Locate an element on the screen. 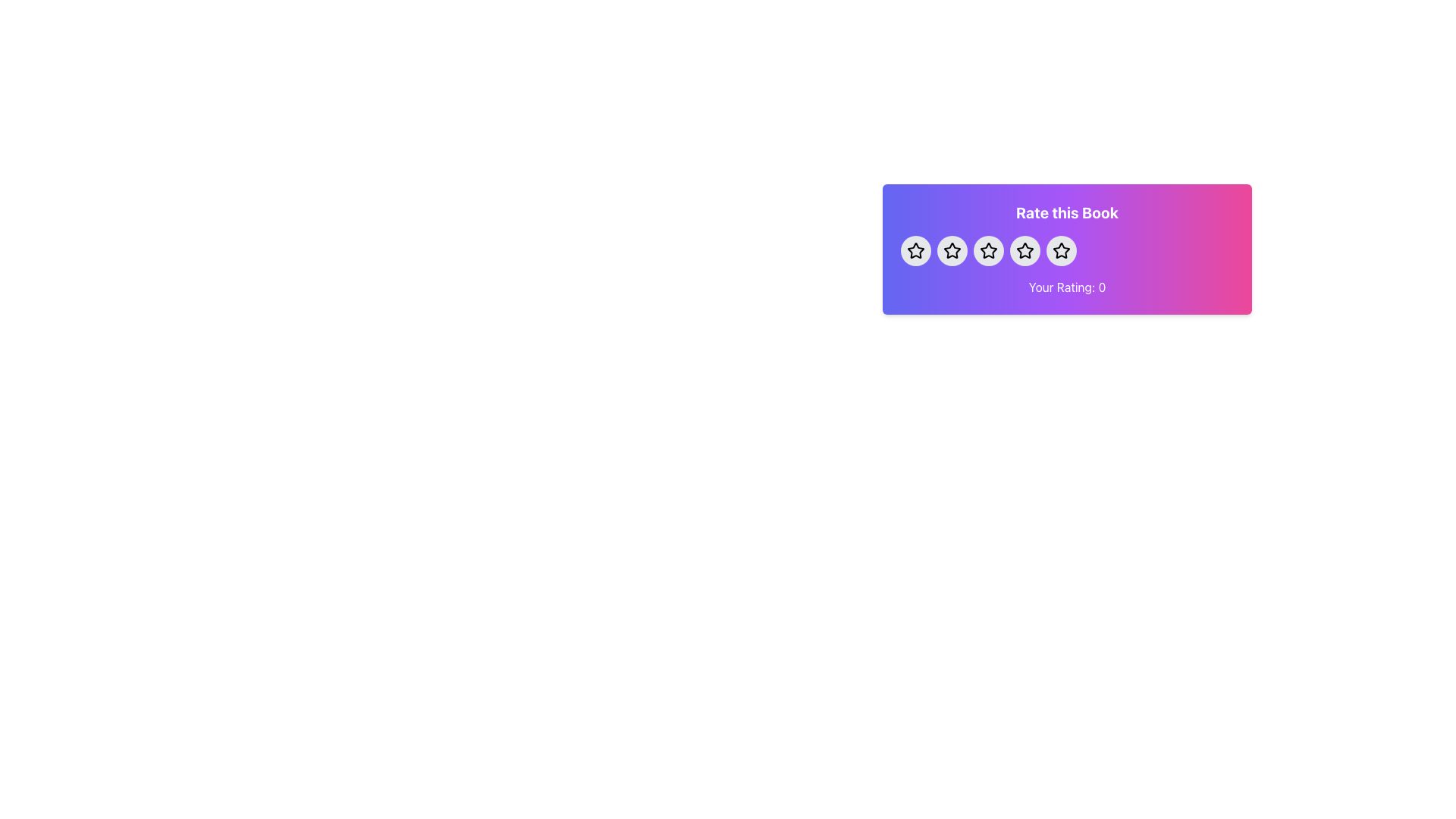 The width and height of the screenshot is (1456, 819). the third star button in the 5-star rating system to rate the book is located at coordinates (989, 250).